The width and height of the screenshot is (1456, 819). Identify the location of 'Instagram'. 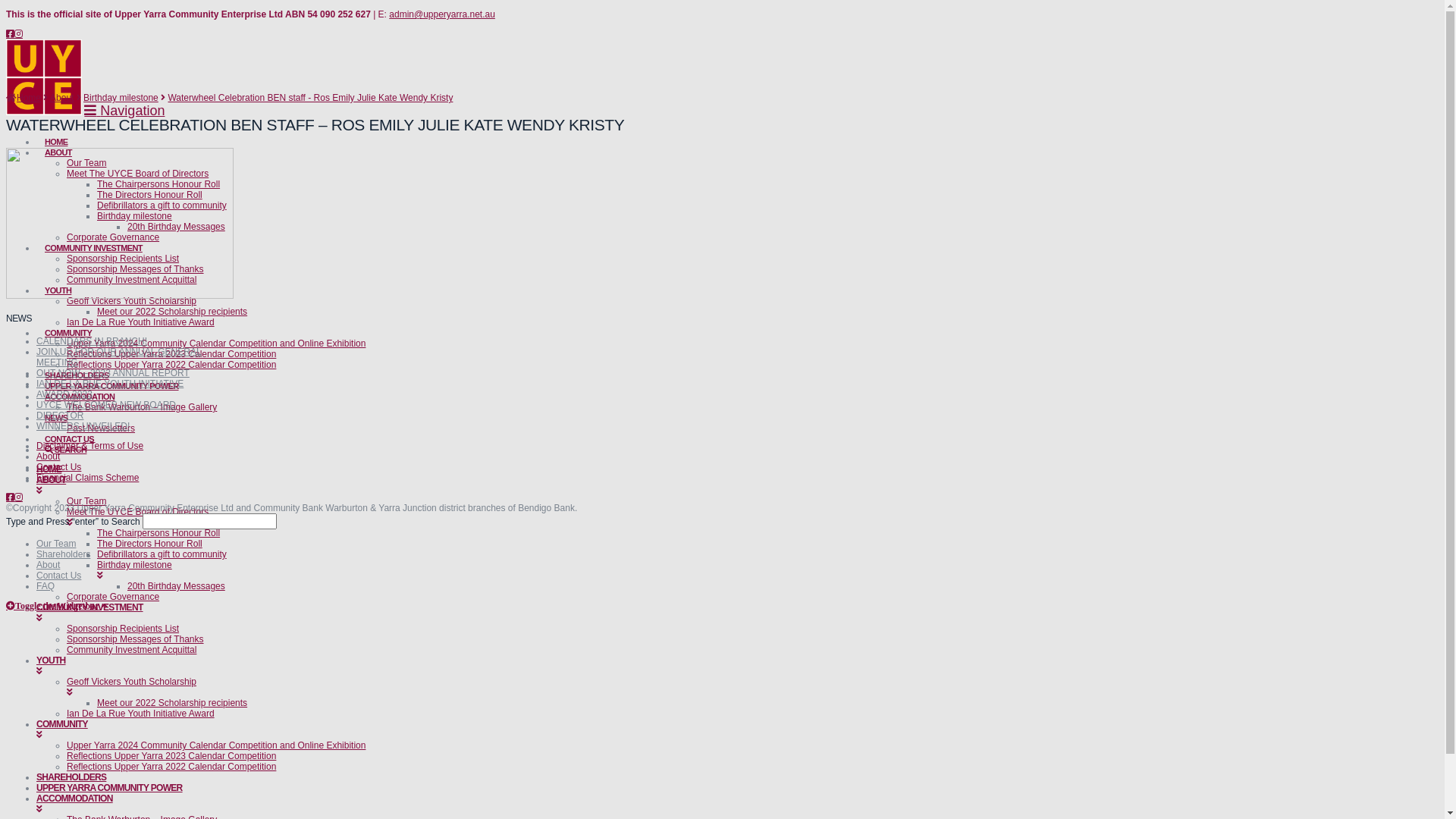
(18, 34).